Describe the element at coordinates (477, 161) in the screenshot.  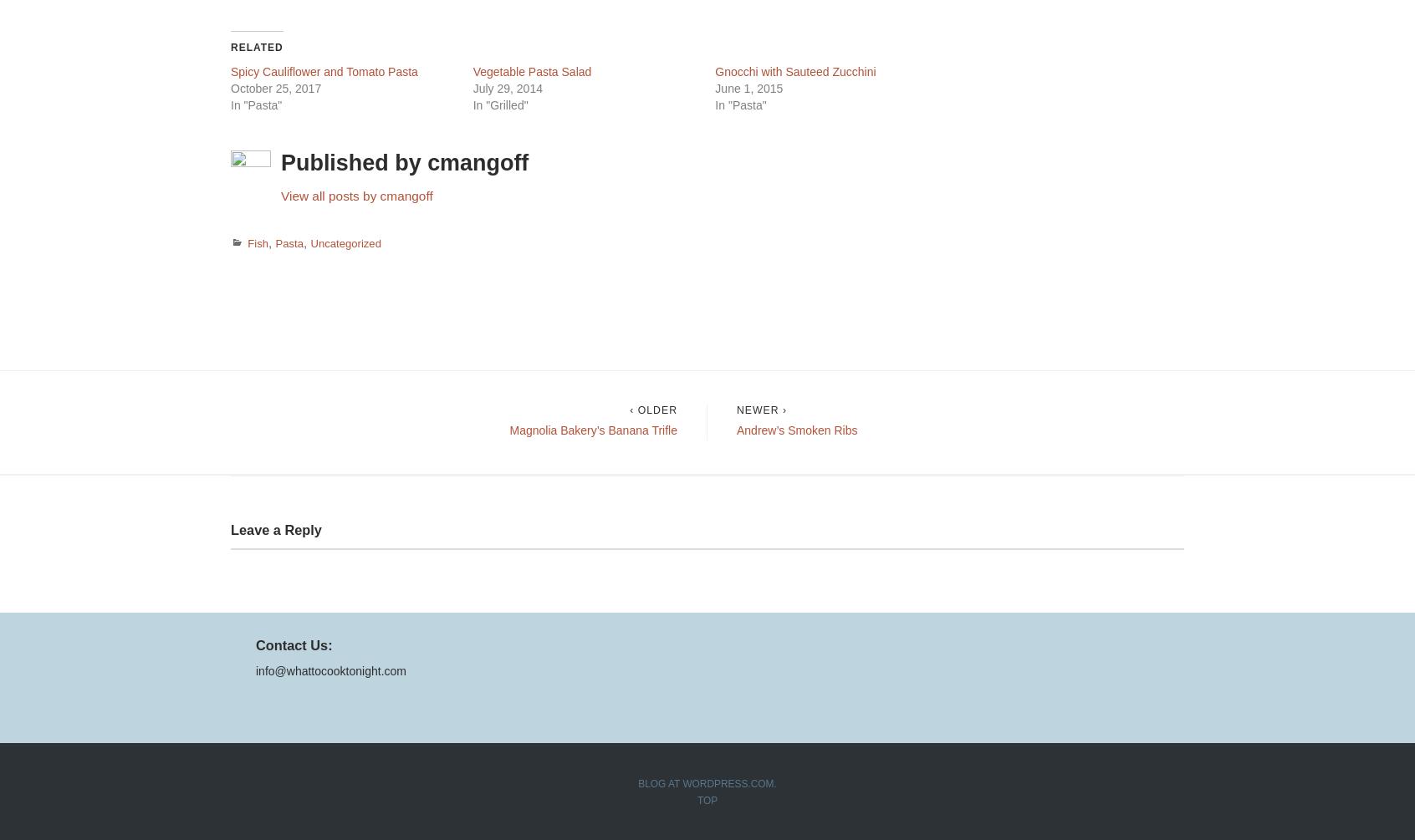
I see `'cmangoff'` at that location.